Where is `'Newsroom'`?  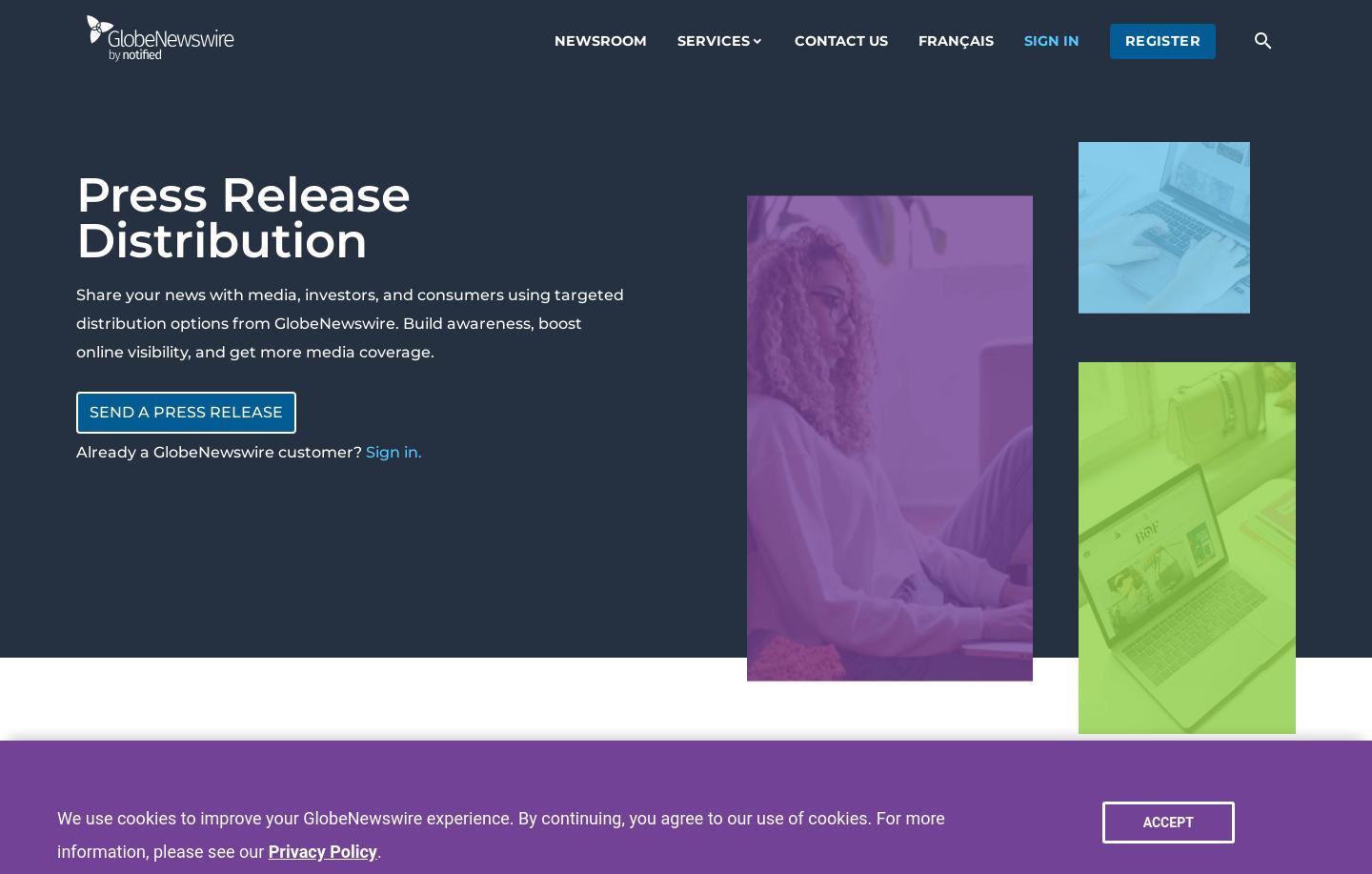 'Newsroom' is located at coordinates (598, 39).